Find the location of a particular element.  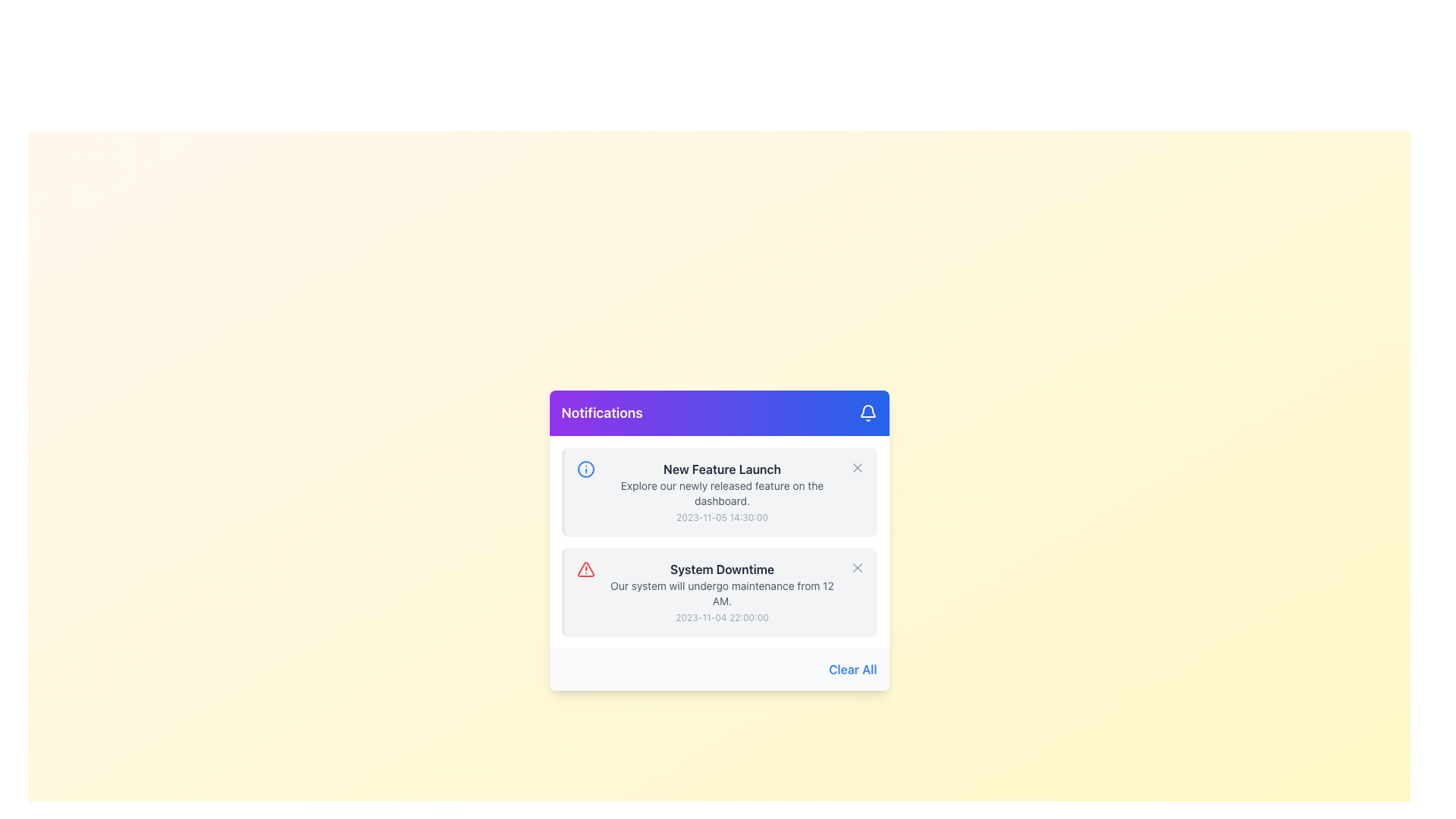

the Informational Alert Box titled 'System Downtime' with a light gray background and red left border, located below the 'New Feature Launch' alert in the notification panel is located at coordinates (718, 591).